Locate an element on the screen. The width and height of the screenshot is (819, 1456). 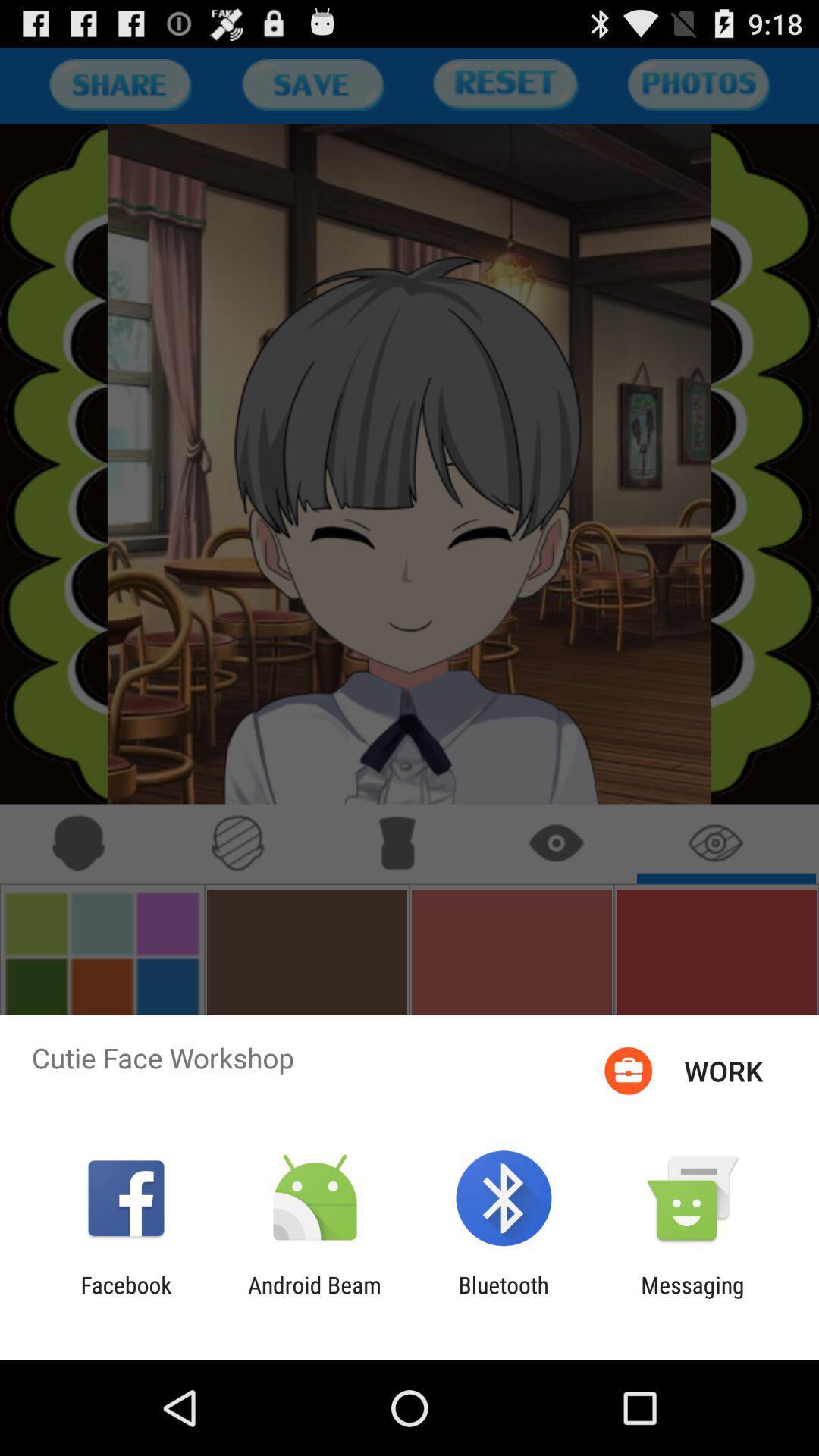
app to the right of android beam icon is located at coordinates (504, 1298).